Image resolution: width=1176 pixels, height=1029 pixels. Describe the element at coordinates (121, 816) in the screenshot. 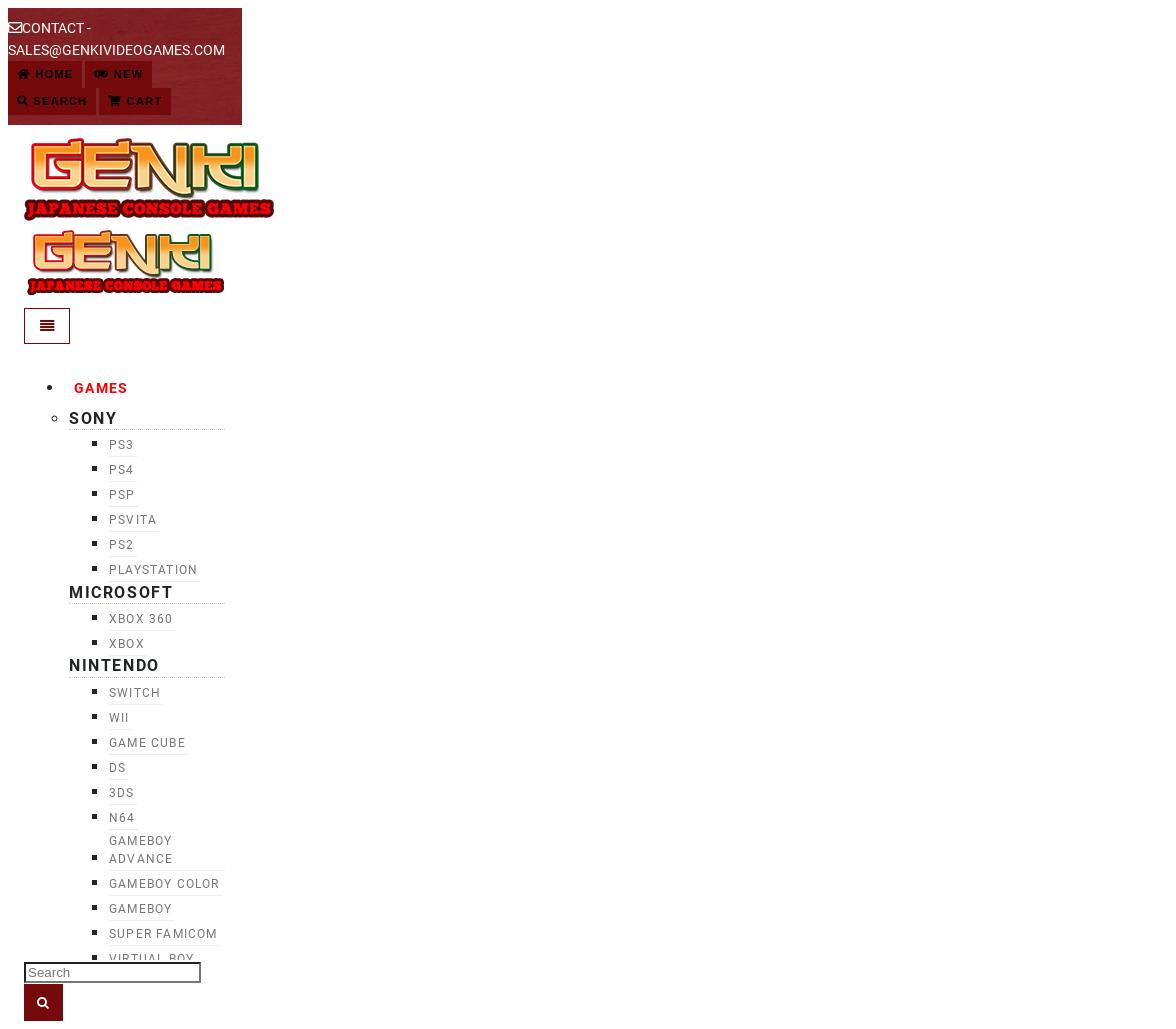

I see `'N64'` at that location.